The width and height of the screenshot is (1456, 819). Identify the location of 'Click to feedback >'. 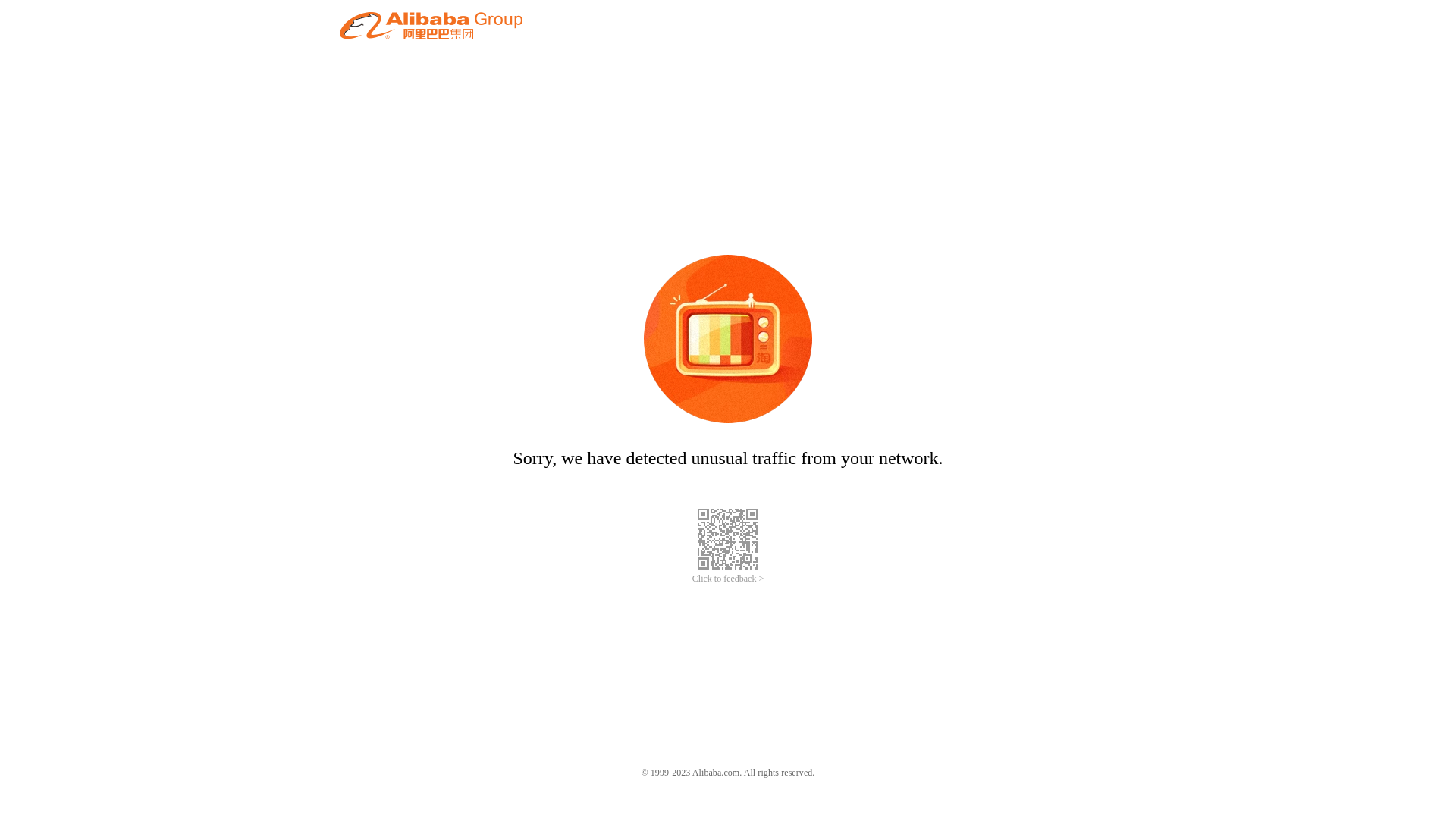
(691, 579).